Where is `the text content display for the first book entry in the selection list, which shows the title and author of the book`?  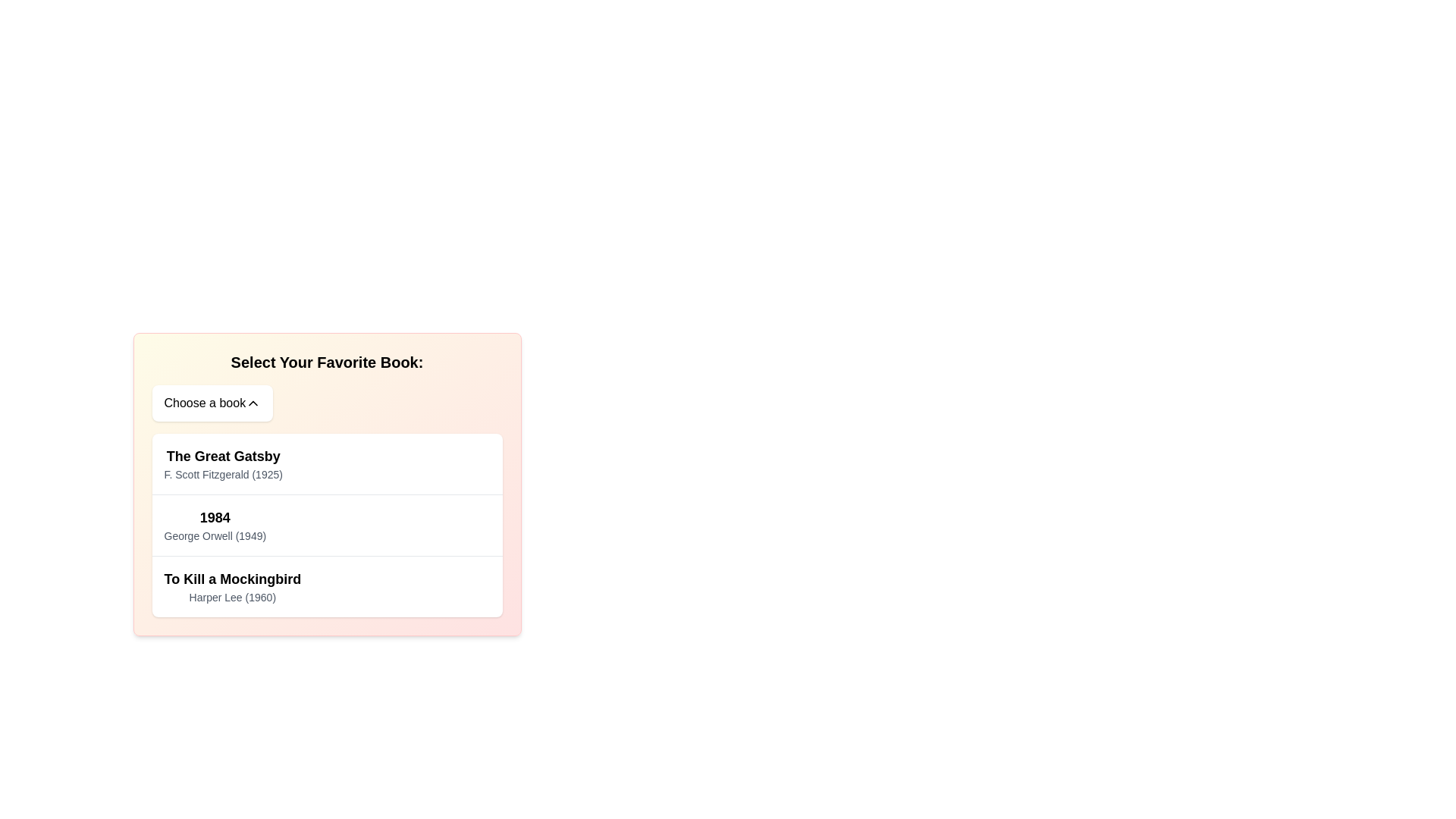
the text content display for the first book entry in the selection list, which shows the title and author of the book is located at coordinates (222, 463).